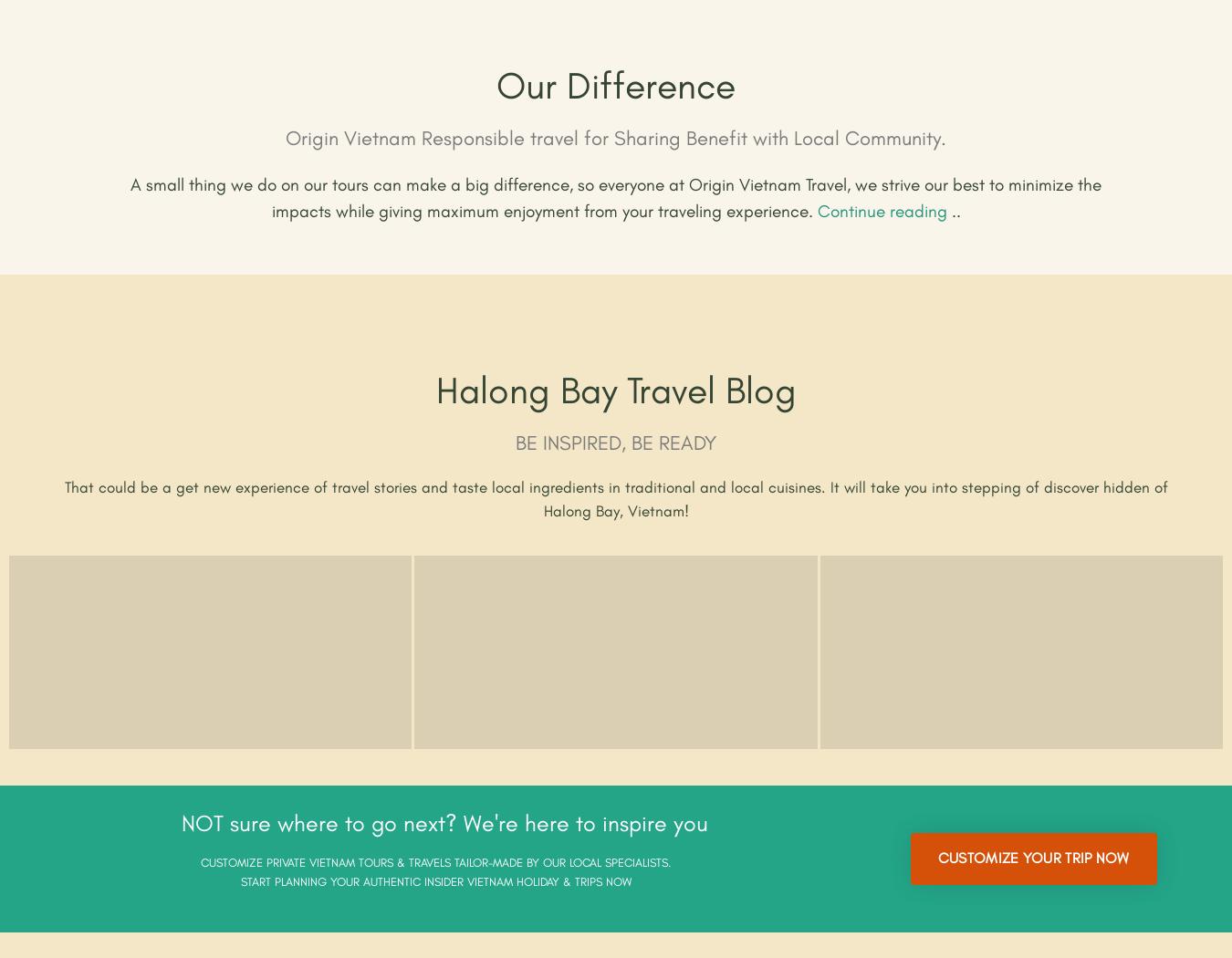  What do you see at coordinates (953, 211) in the screenshot?
I see `'..'` at bounding box center [953, 211].